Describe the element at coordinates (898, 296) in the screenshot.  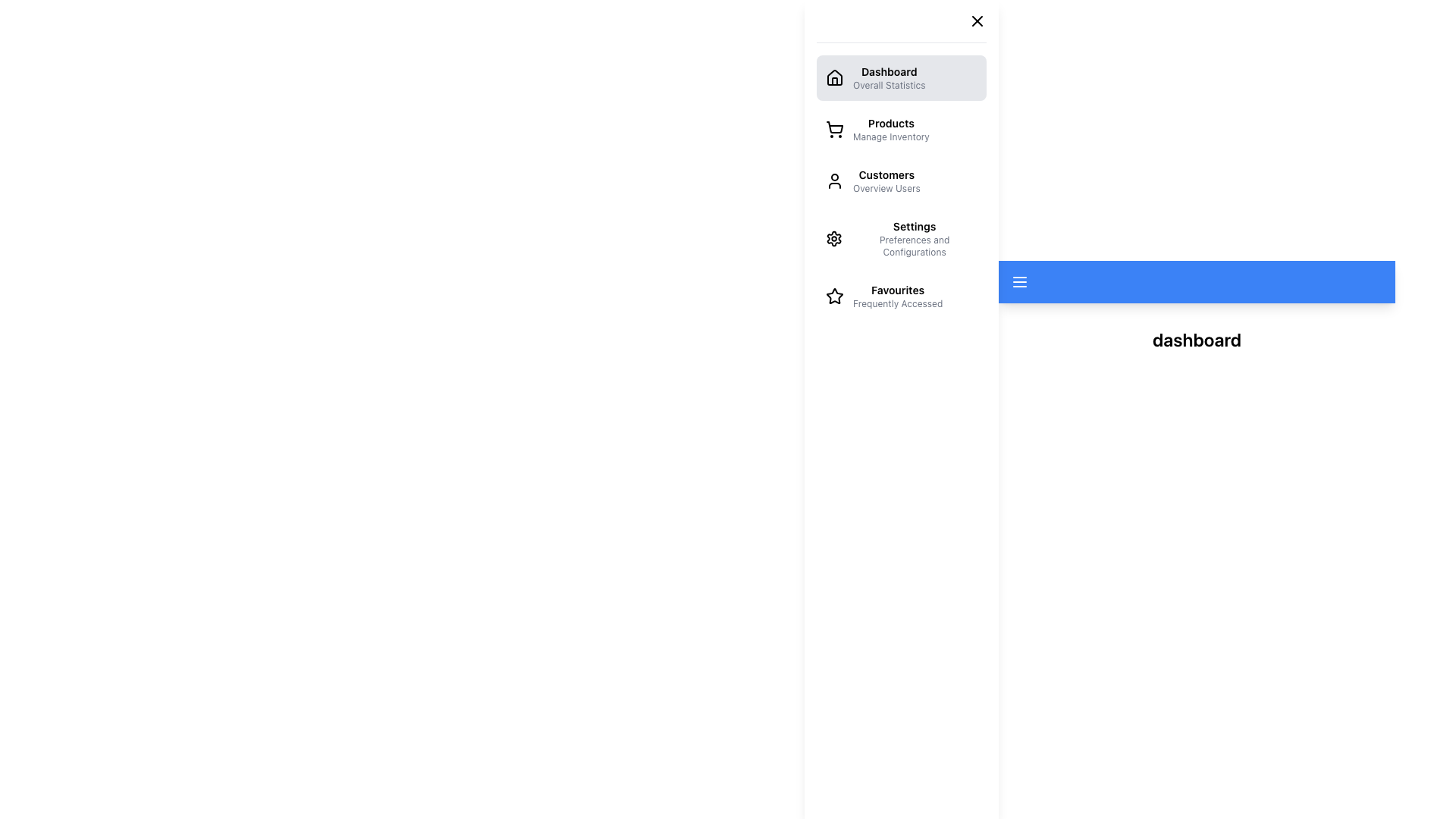
I see `the 'Favourites' text label with icon in the navigation menu` at that location.